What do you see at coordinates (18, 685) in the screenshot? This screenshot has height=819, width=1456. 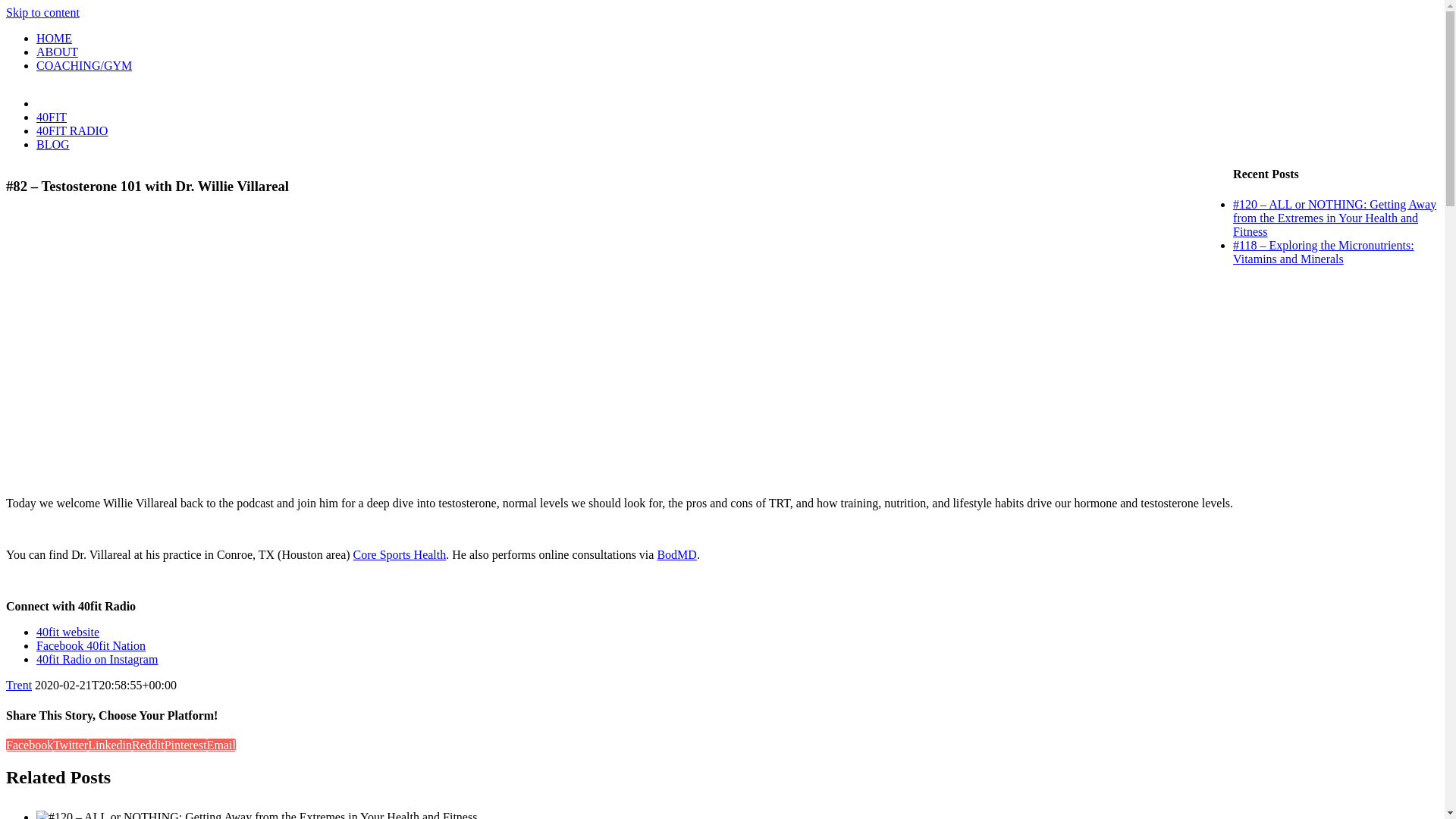 I see `'Trent'` at bounding box center [18, 685].